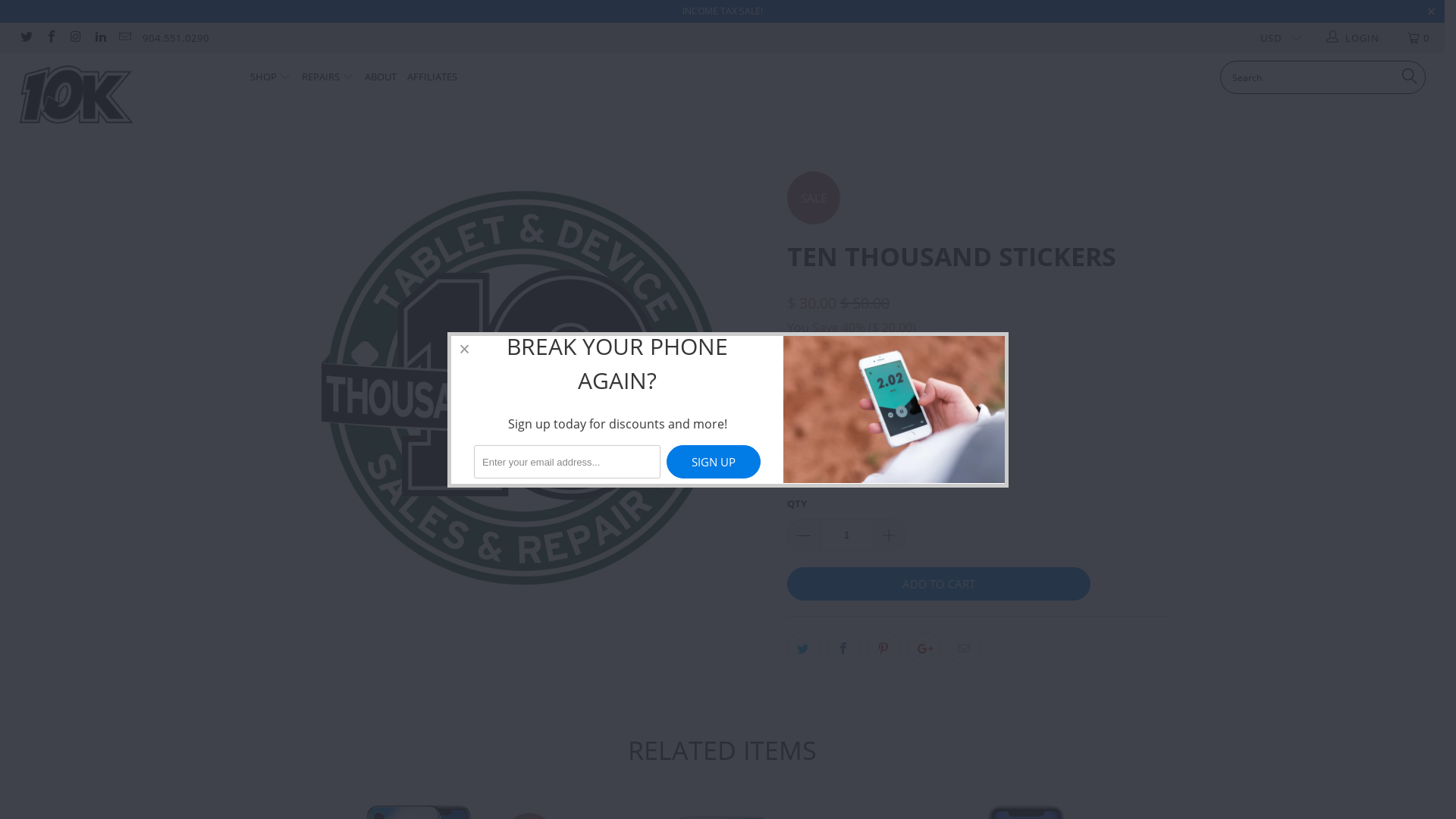 Image resolution: width=1456 pixels, height=819 pixels. What do you see at coordinates (25, 37) in the screenshot?
I see `'10,000 Cellphones, Repairs, Tablets and Batteries on Twitter'` at bounding box center [25, 37].